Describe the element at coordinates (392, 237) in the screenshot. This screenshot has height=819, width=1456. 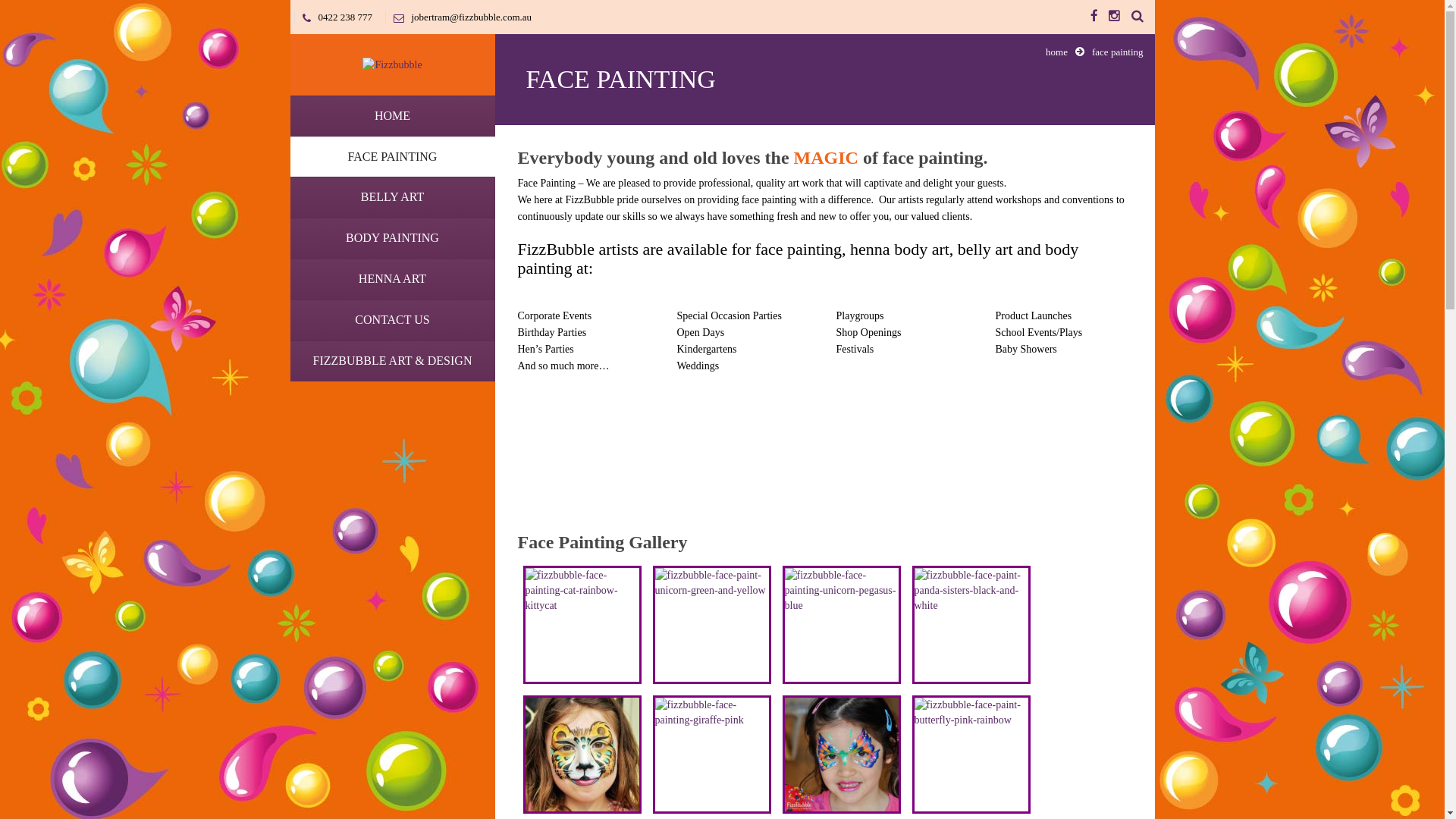
I see `'BODY PAINTING'` at that location.